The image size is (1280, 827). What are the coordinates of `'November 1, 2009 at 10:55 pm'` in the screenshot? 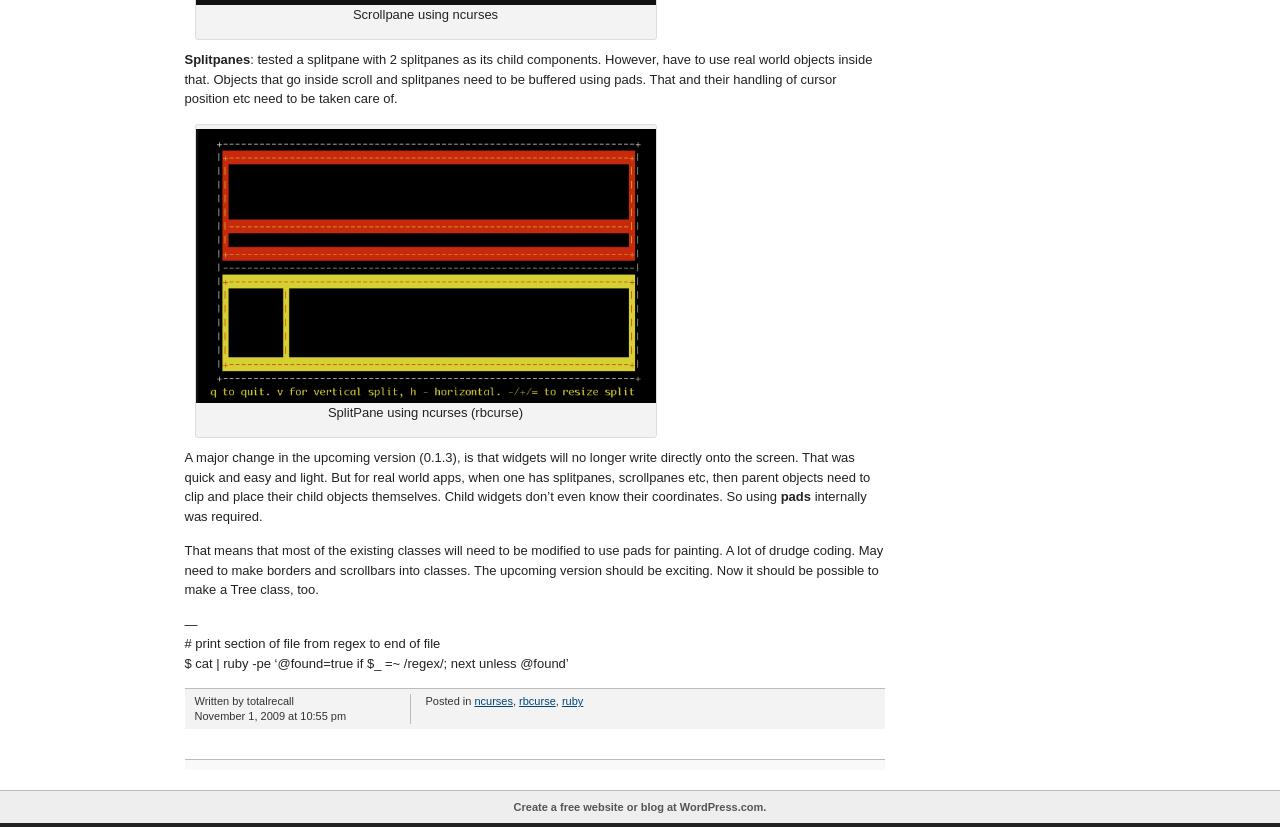 It's located at (268, 716).